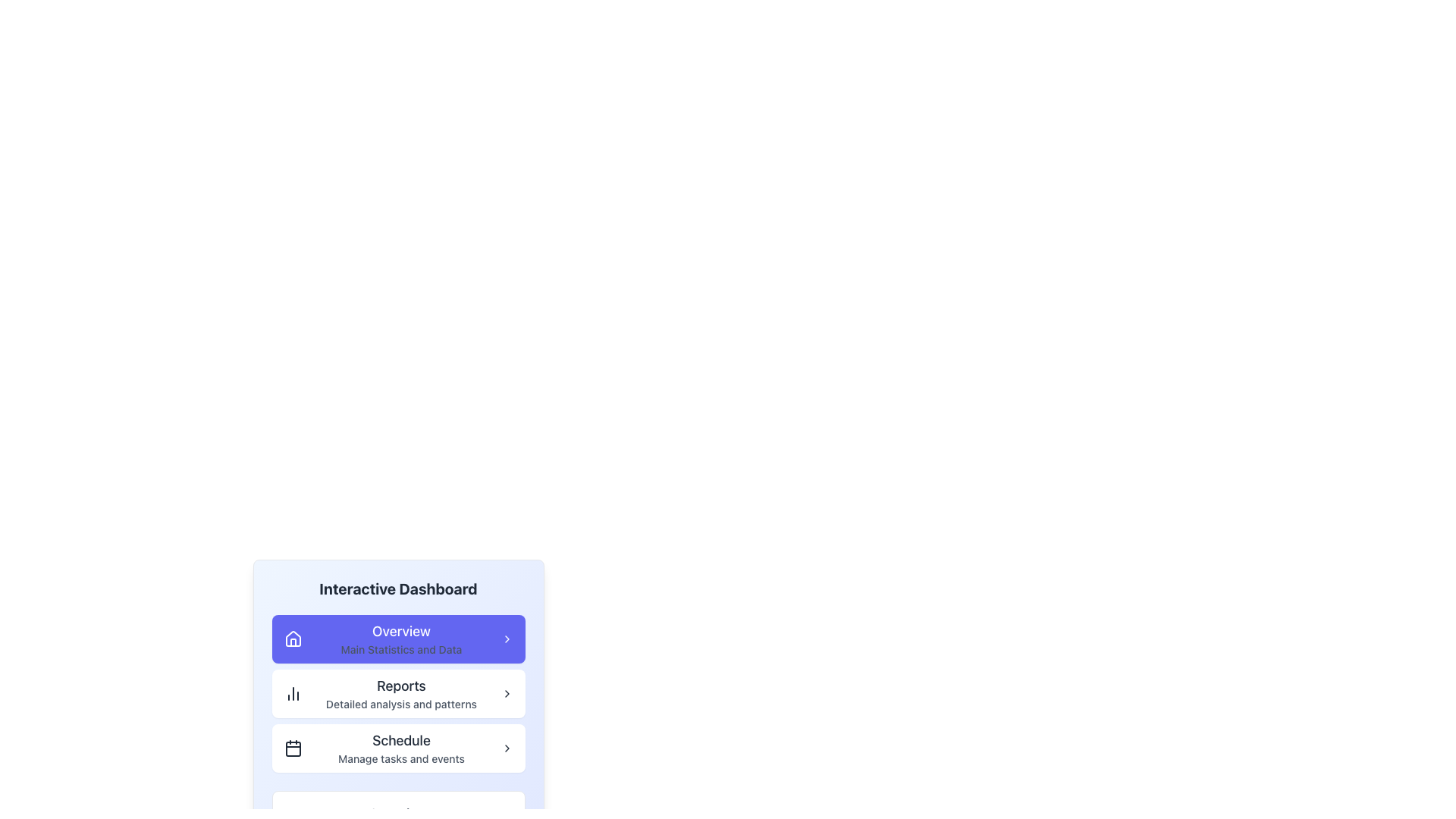 Image resolution: width=1456 pixels, height=819 pixels. Describe the element at coordinates (507, 748) in the screenshot. I see `the arrow icon located at the far-right edge of the 'Schedule' UI card` at that location.